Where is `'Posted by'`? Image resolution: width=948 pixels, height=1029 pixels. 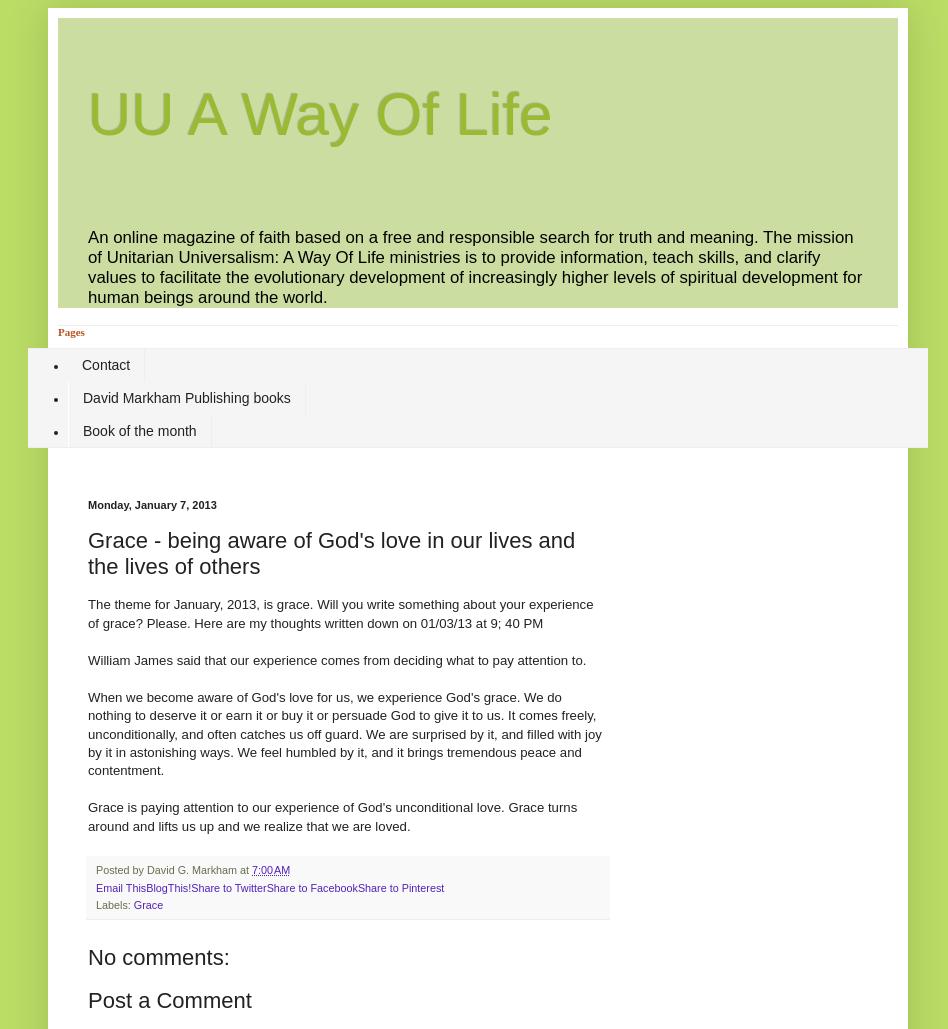 'Posted by' is located at coordinates (120, 869).